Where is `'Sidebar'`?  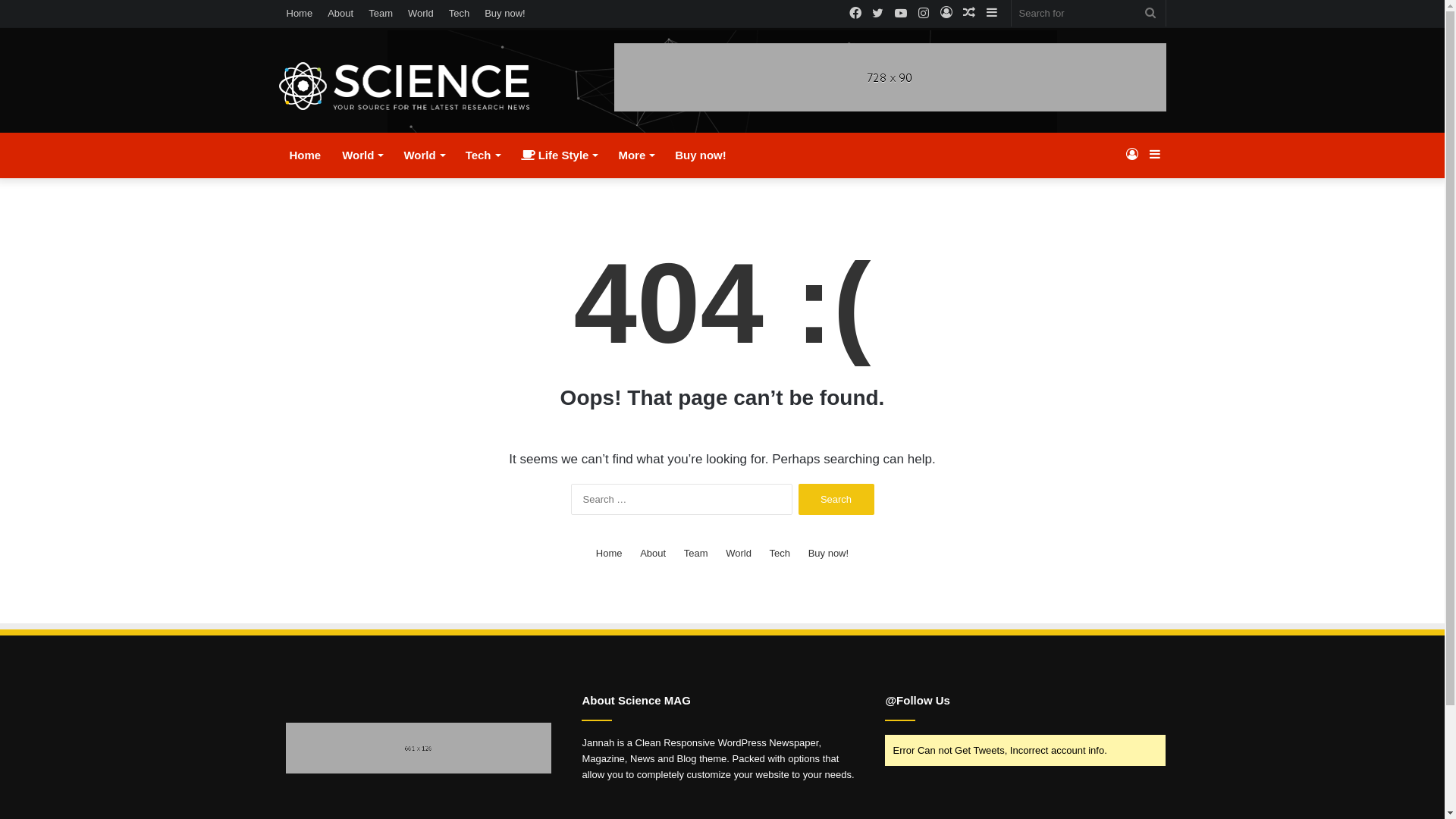 'Sidebar' is located at coordinates (992, 13).